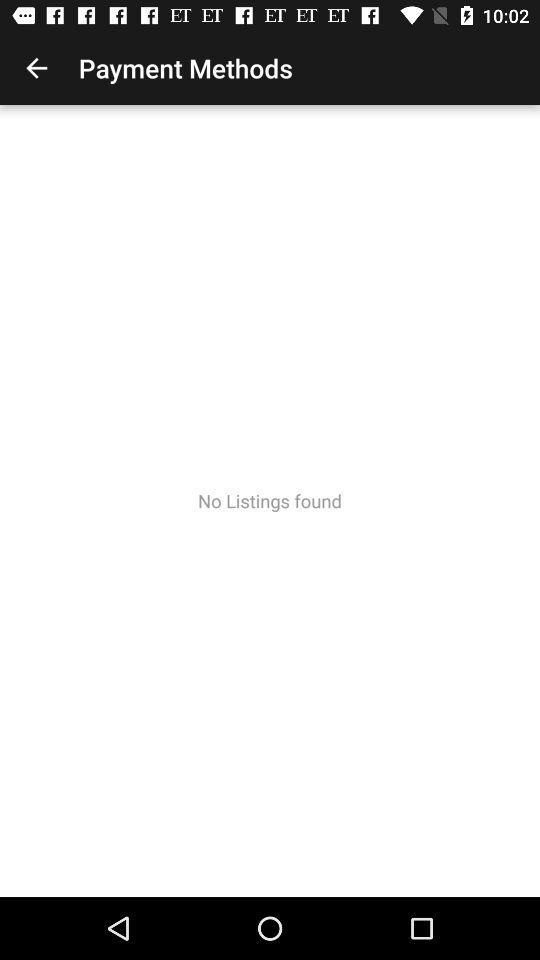 The width and height of the screenshot is (540, 960). I want to click on icon above no listings found item, so click(36, 68).